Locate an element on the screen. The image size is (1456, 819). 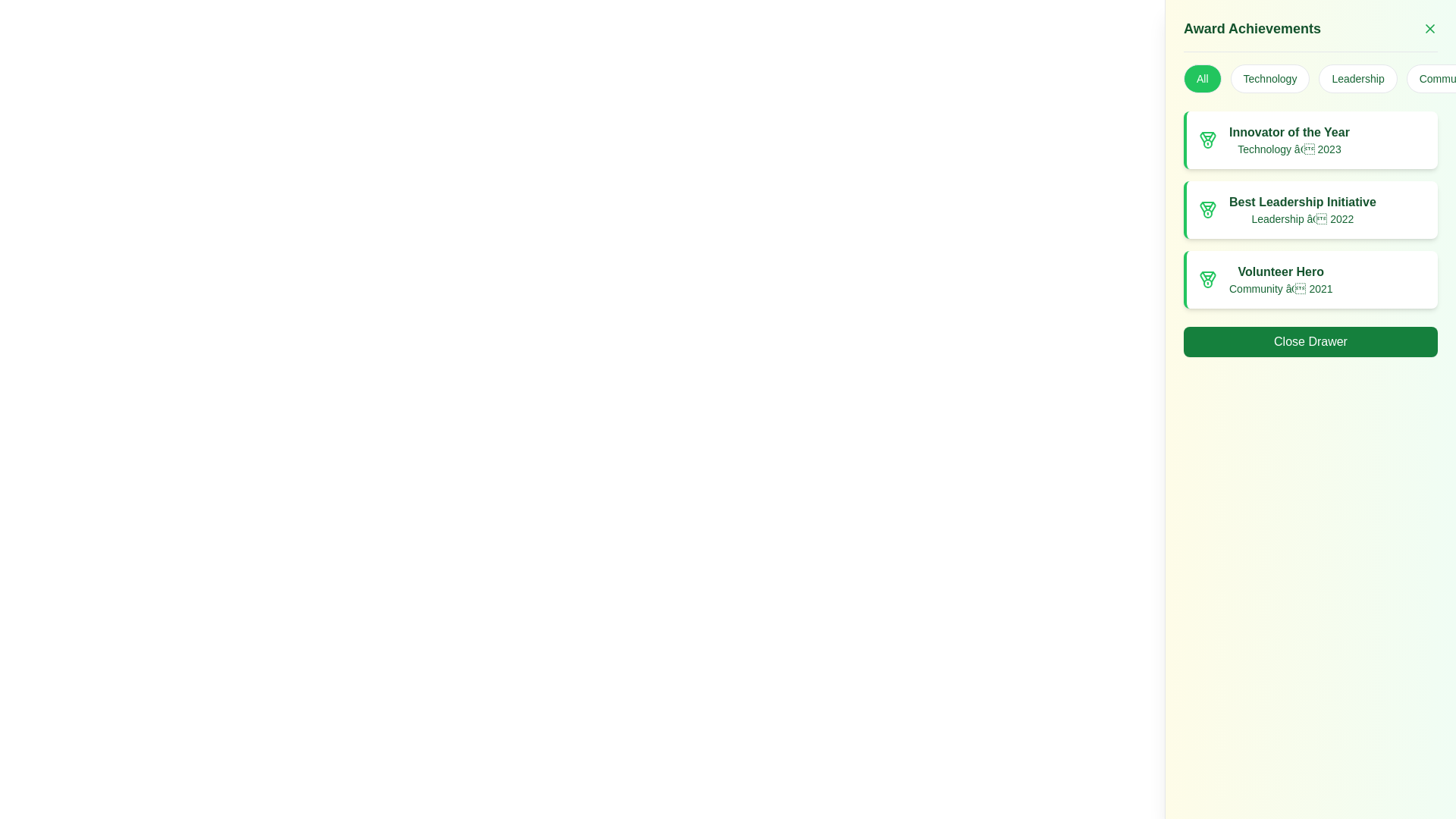
the static text element displaying 'Innovator of the Year' within the topmost card of the 'Award Achievements' list is located at coordinates (1288, 140).